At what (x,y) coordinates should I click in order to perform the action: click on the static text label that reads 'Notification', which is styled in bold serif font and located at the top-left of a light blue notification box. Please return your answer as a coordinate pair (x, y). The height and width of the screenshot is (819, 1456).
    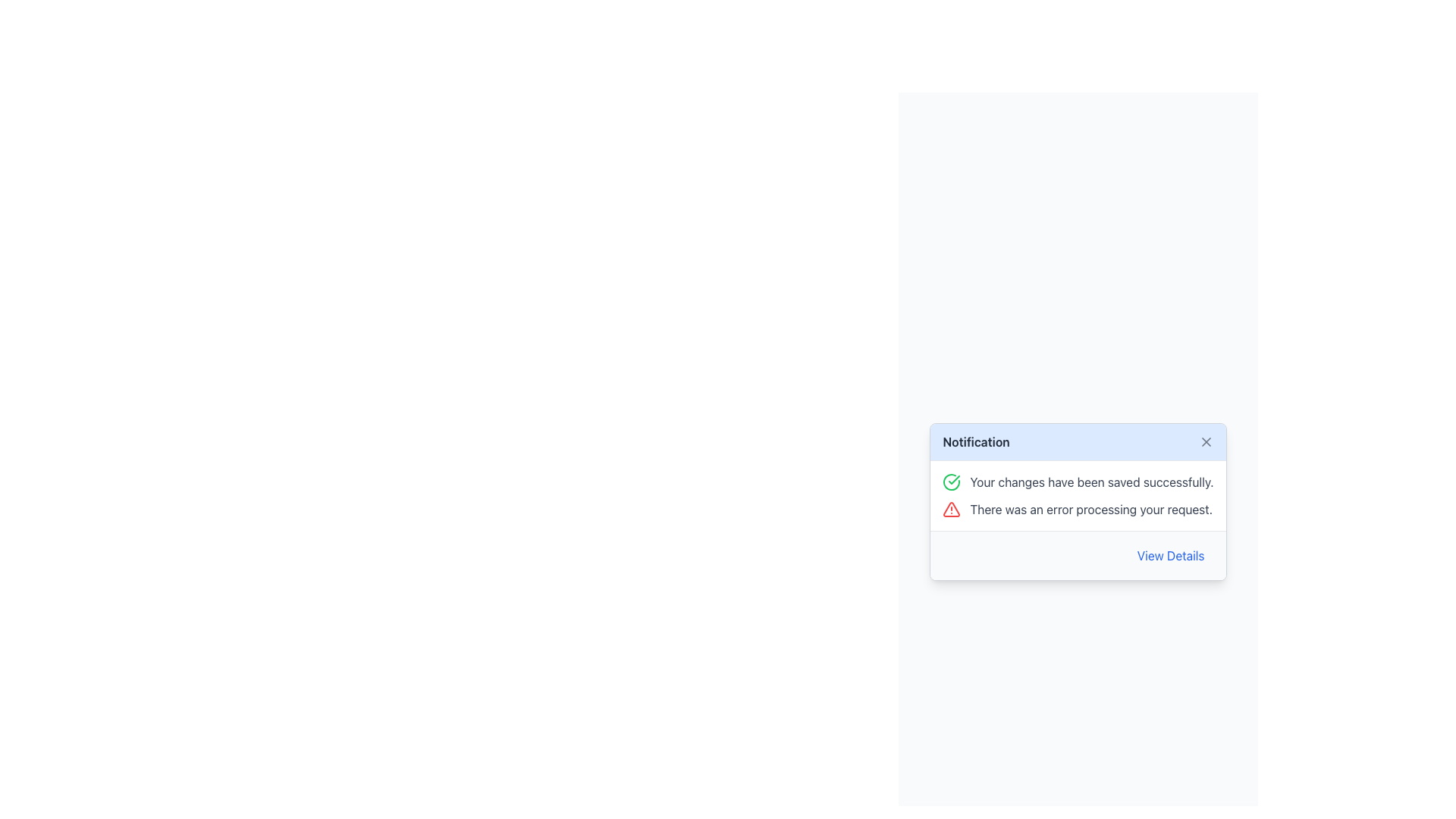
    Looking at the image, I should click on (976, 441).